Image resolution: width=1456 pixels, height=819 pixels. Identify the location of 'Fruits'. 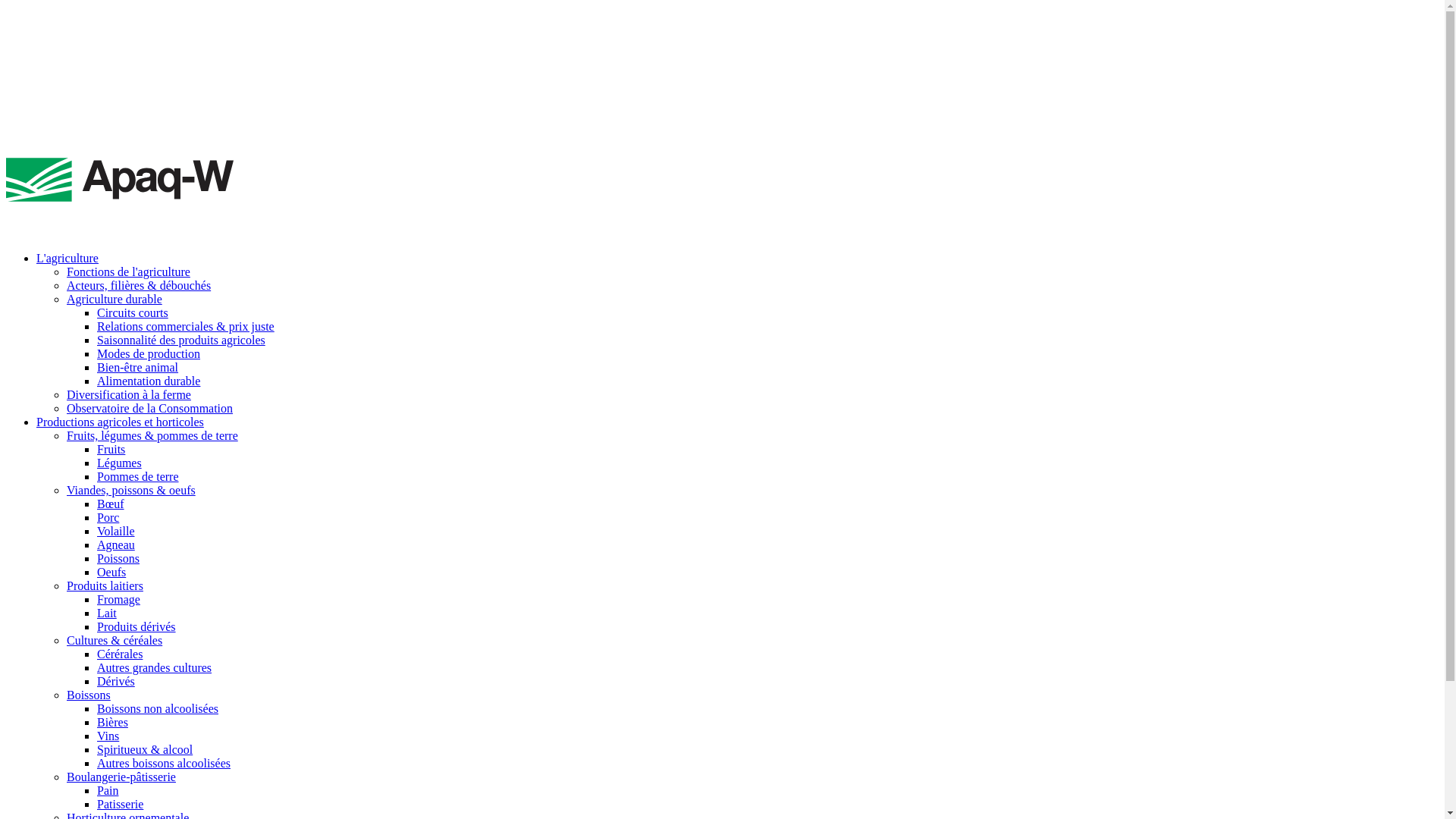
(110, 448).